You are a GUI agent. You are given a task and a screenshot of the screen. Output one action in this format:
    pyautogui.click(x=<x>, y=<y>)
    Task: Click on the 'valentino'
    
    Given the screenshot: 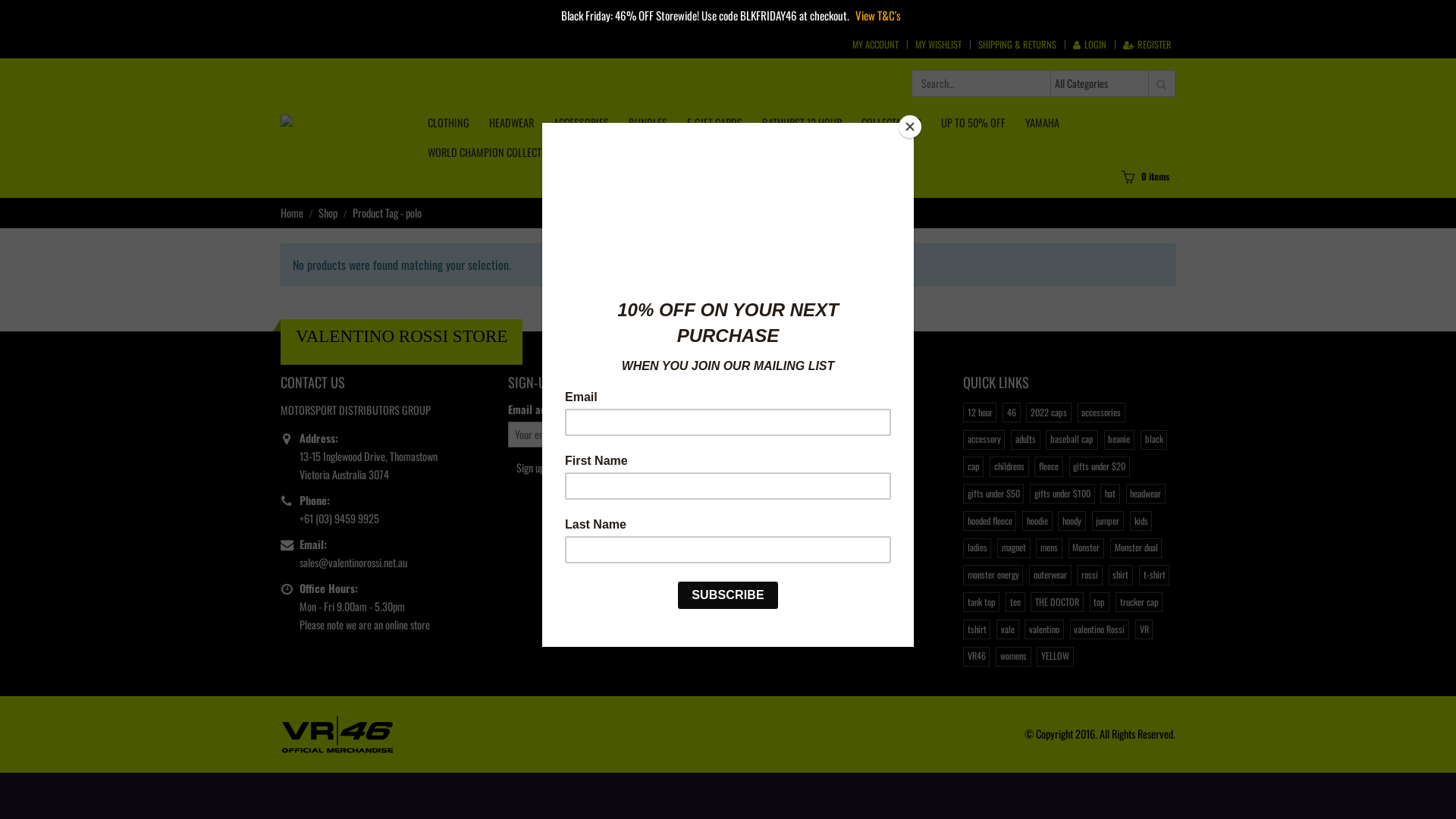 What is the action you would take?
    pyautogui.click(x=1043, y=629)
    